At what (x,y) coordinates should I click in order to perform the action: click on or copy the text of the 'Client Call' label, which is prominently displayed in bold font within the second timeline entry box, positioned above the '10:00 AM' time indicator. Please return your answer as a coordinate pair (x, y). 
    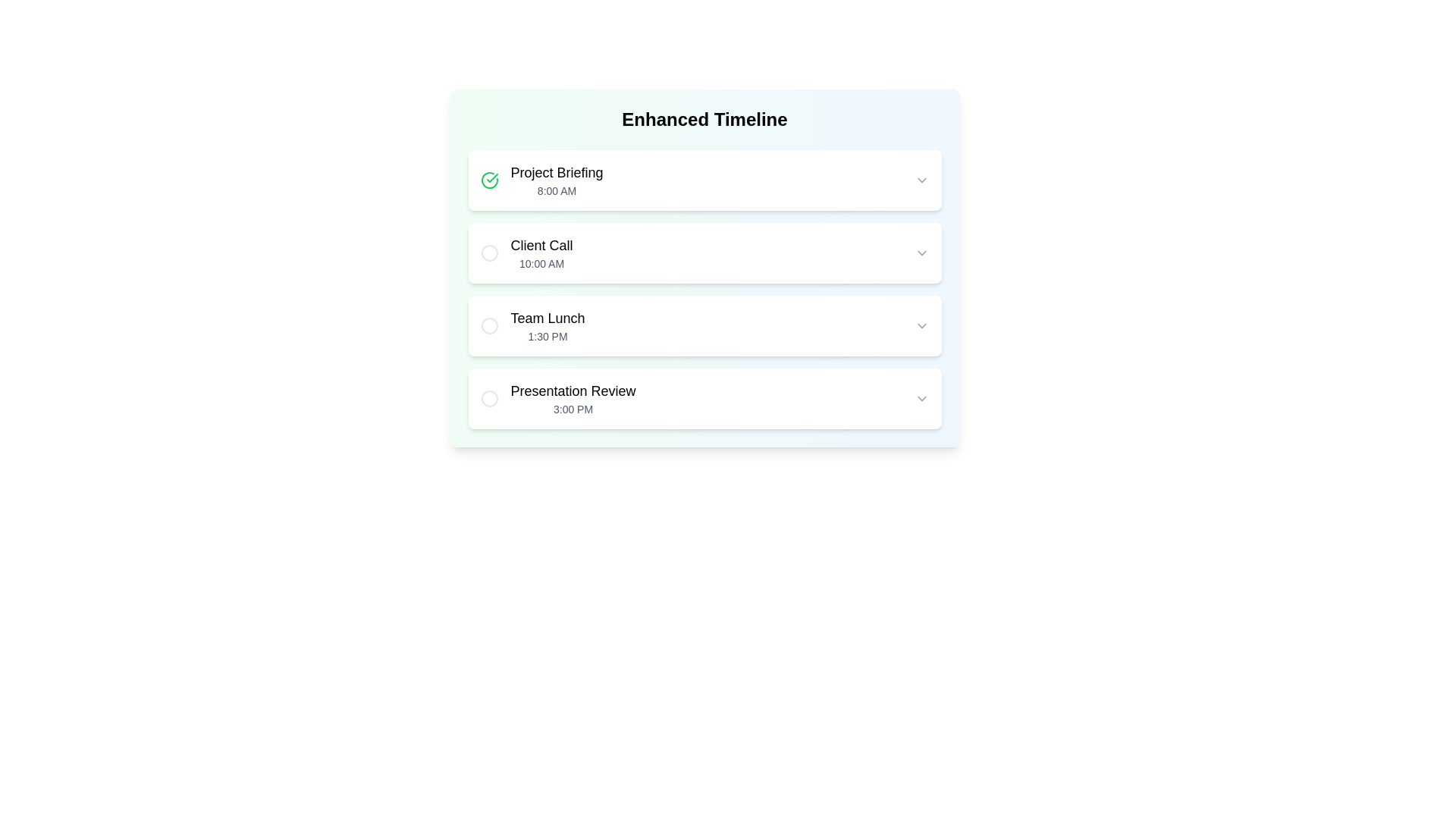
    Looking at the image, I should click on (541, 245).